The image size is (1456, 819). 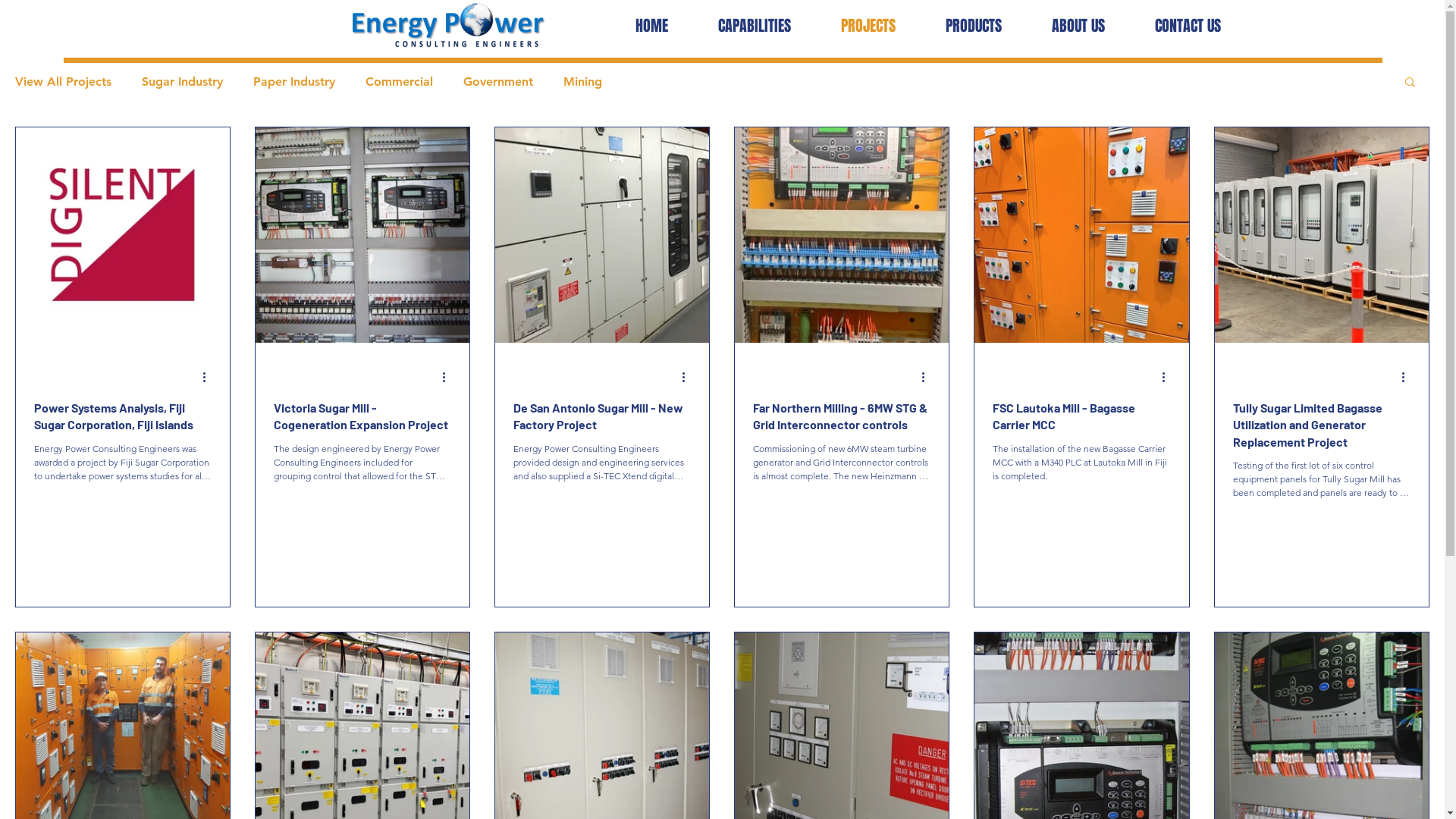 I want to click on 'Government', so click(x=462, y=81).